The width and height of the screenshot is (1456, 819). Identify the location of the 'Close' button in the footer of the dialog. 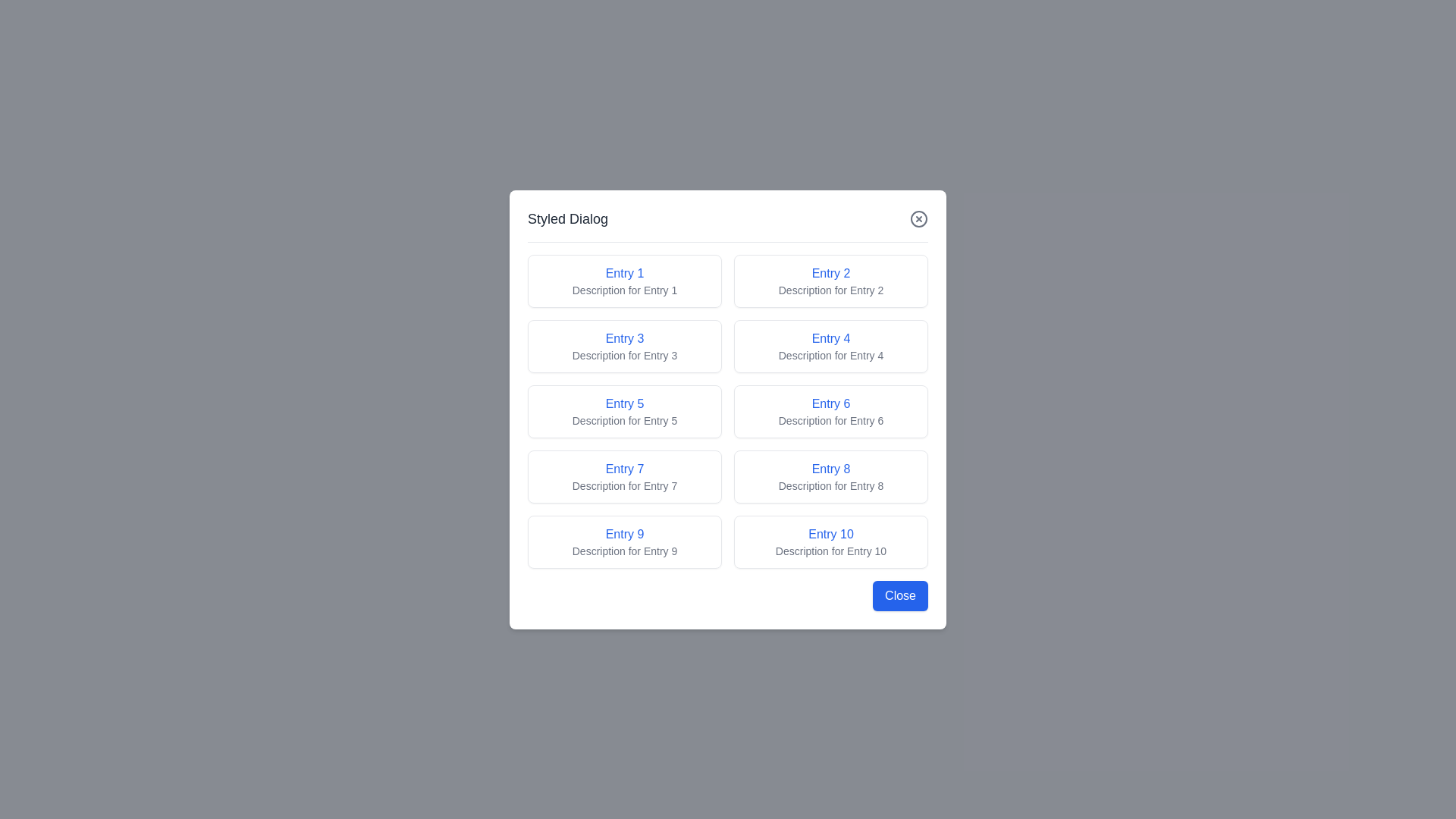
(900, 595).